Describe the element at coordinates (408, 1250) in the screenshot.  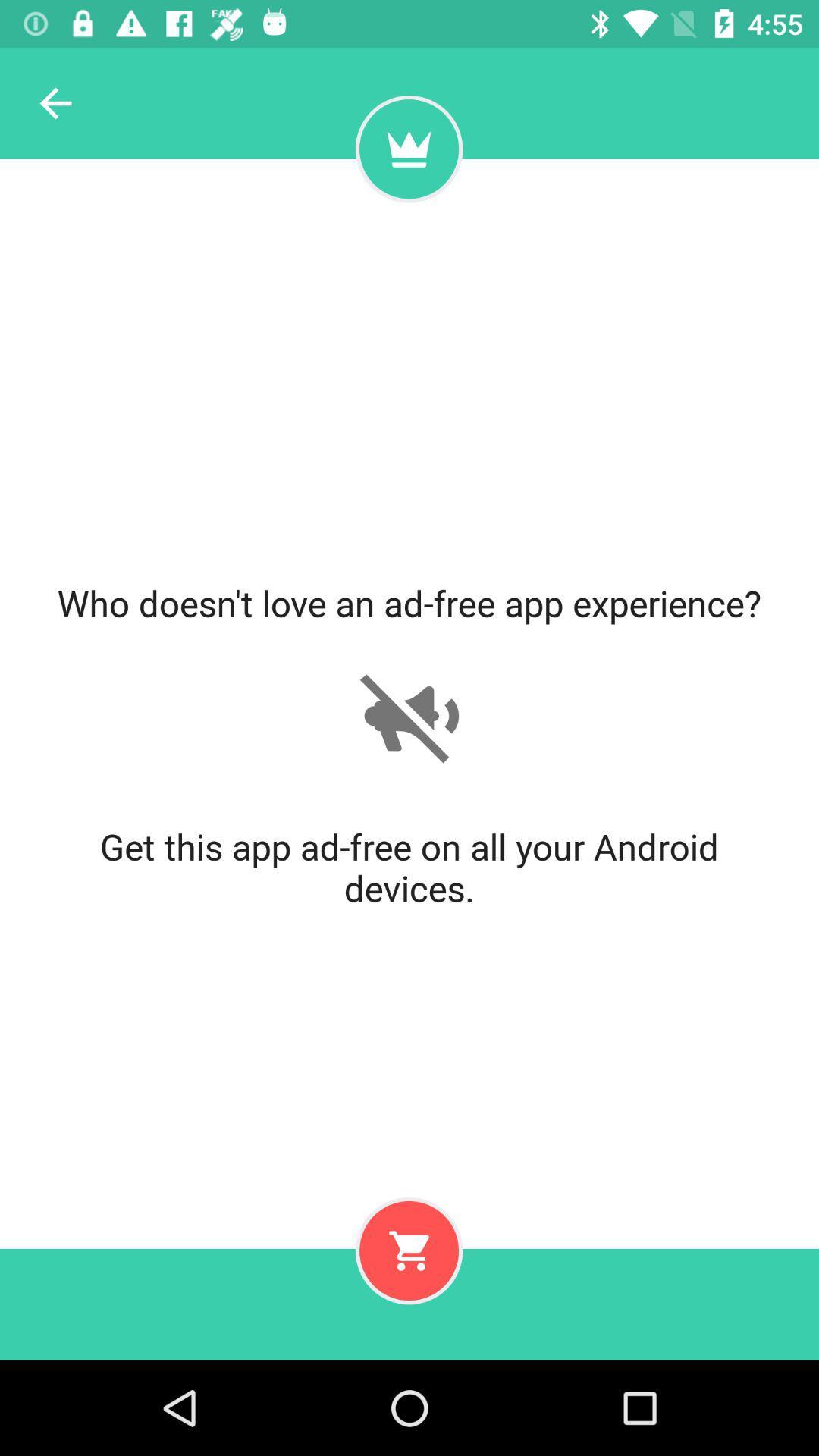
I see `open shopping cart` at that location.